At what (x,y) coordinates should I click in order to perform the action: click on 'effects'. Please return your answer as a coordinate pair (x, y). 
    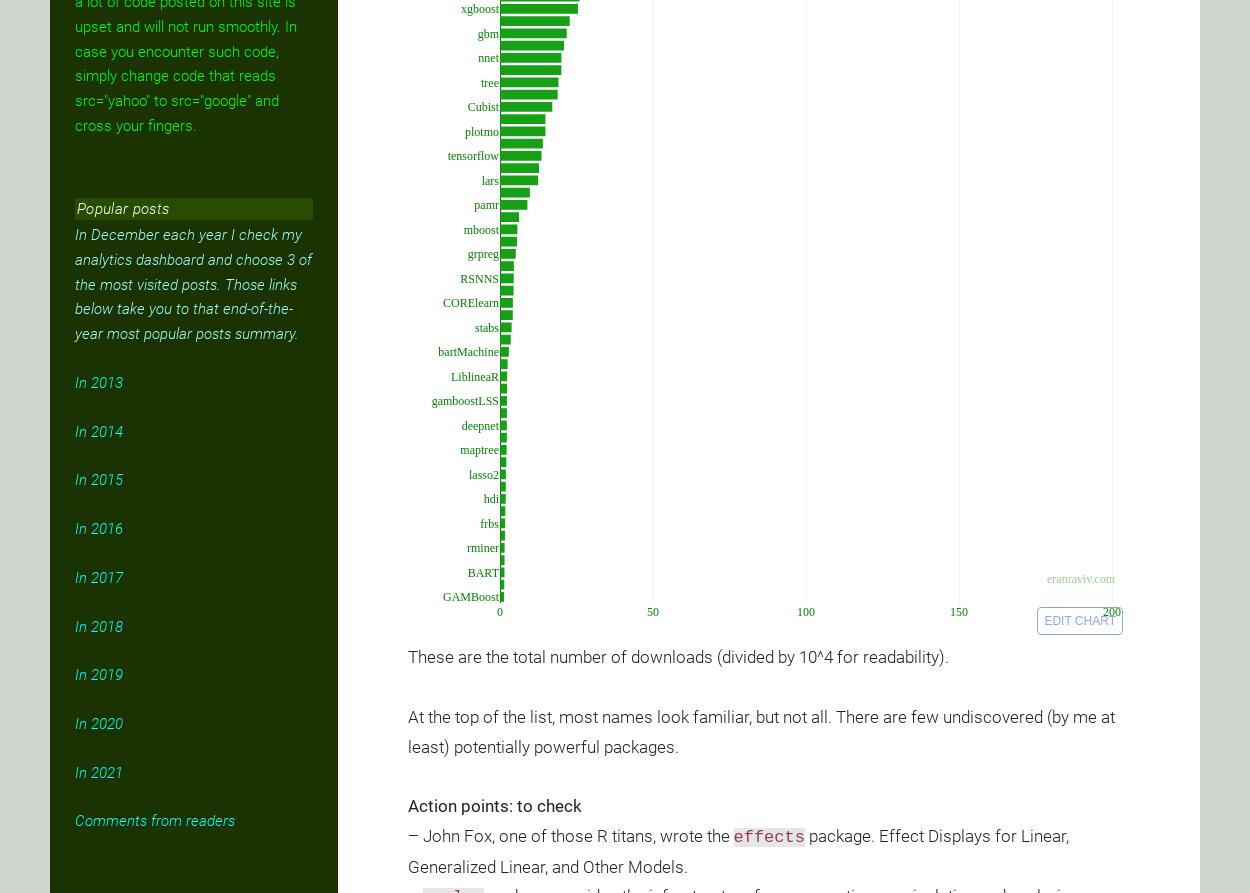
    Looking at the image, I should click on (768, 835).